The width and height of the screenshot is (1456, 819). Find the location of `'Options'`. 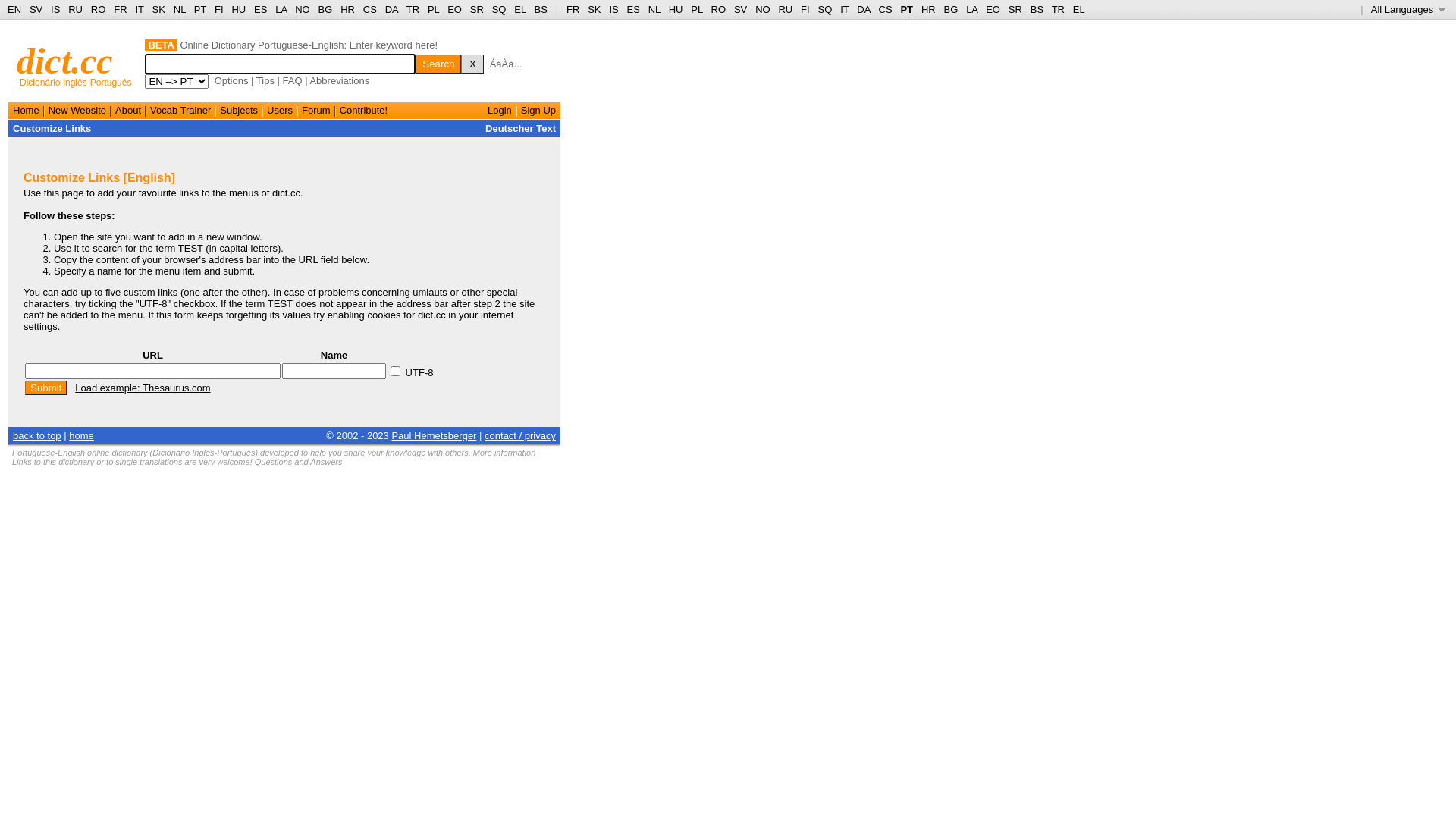

'Options' is located at coordinates (231, 80).